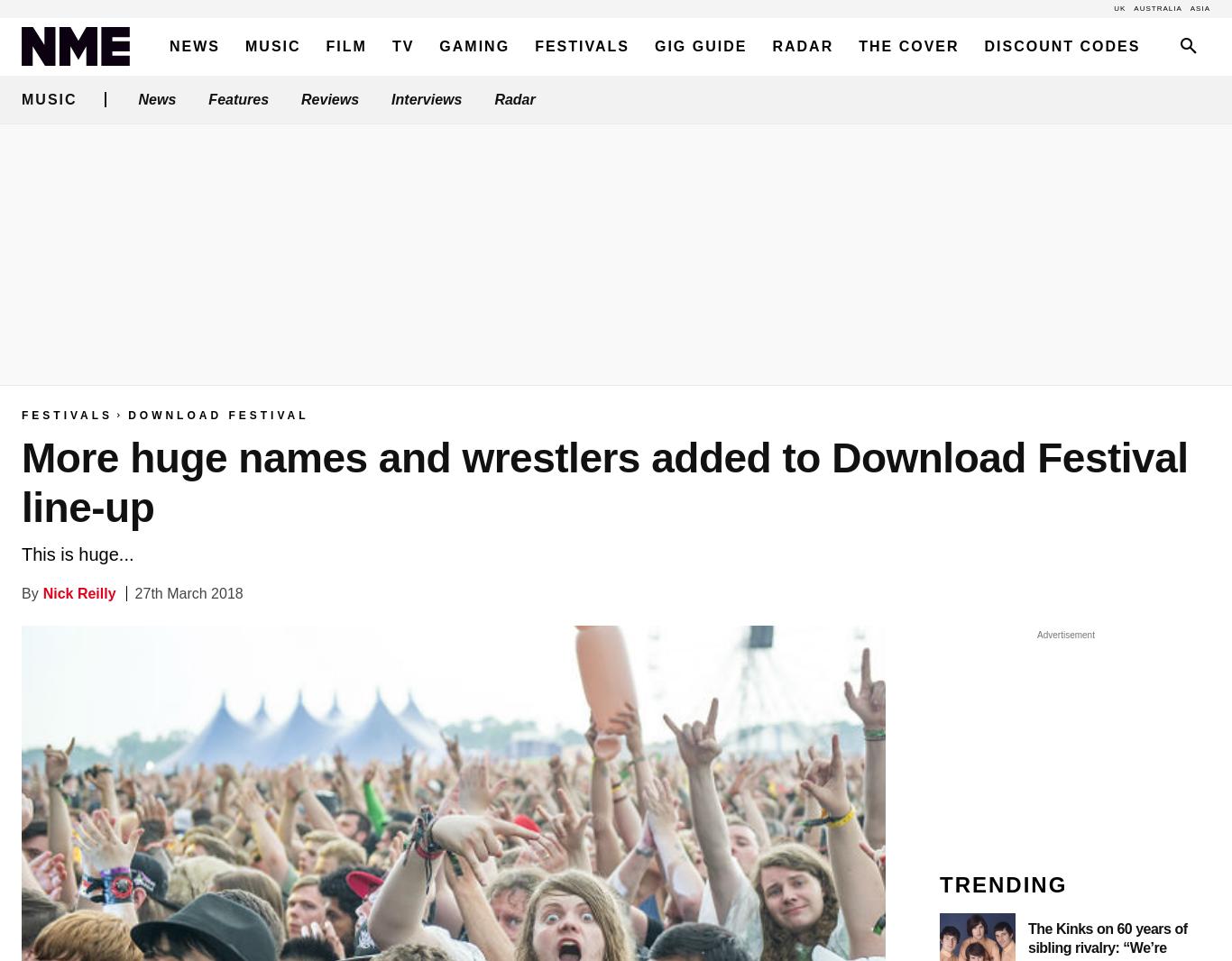 The width and height of the screenshot is (1232, 961). I want to click on 'Download Festival', so click(218, 416).